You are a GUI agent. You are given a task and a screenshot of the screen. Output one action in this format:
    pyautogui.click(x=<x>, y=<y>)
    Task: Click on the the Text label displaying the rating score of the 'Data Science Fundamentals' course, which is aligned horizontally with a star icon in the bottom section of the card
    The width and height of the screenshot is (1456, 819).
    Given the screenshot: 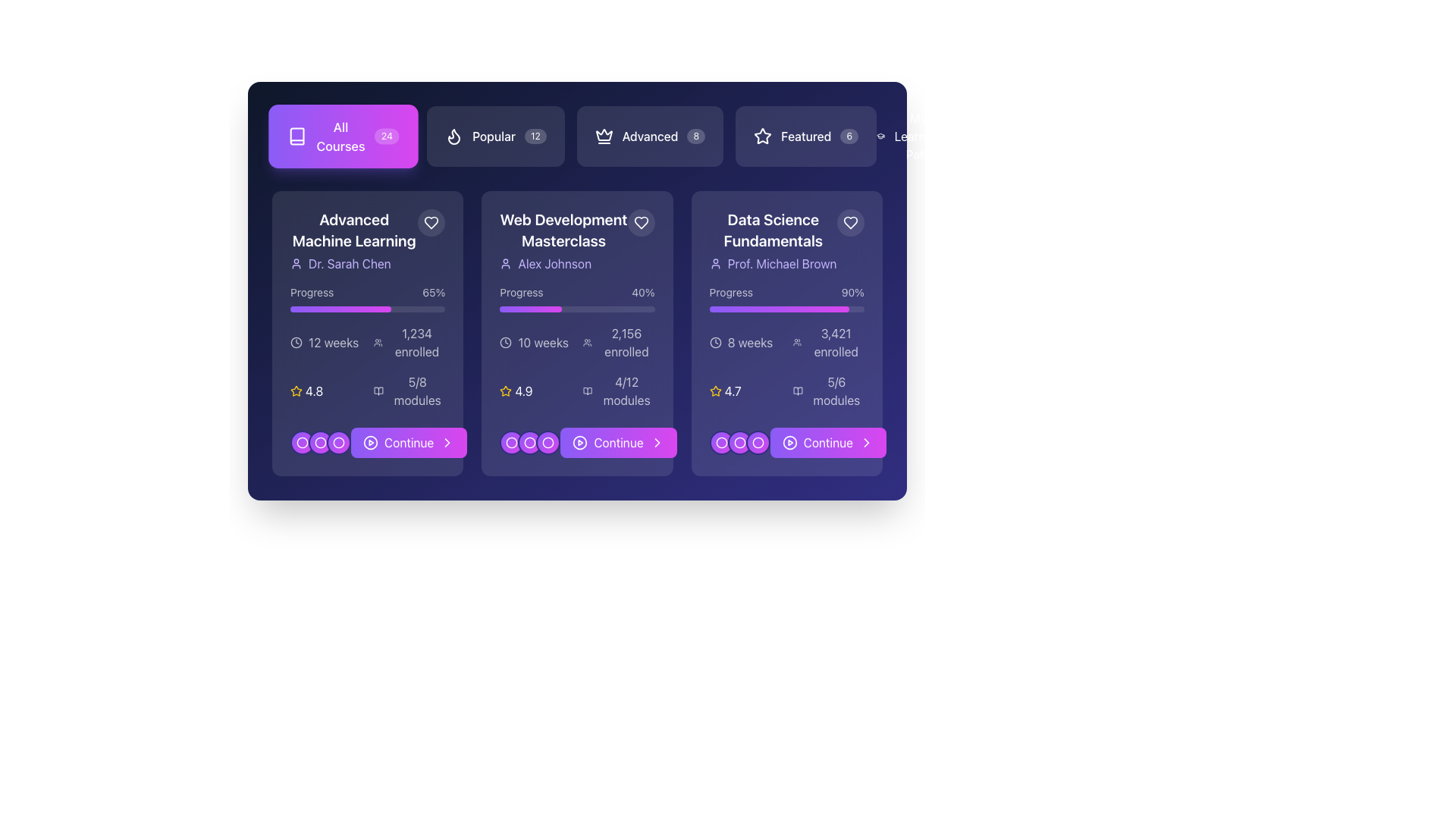 What is the action you would take?
    pyautogui.click(x=733, y=391)
    